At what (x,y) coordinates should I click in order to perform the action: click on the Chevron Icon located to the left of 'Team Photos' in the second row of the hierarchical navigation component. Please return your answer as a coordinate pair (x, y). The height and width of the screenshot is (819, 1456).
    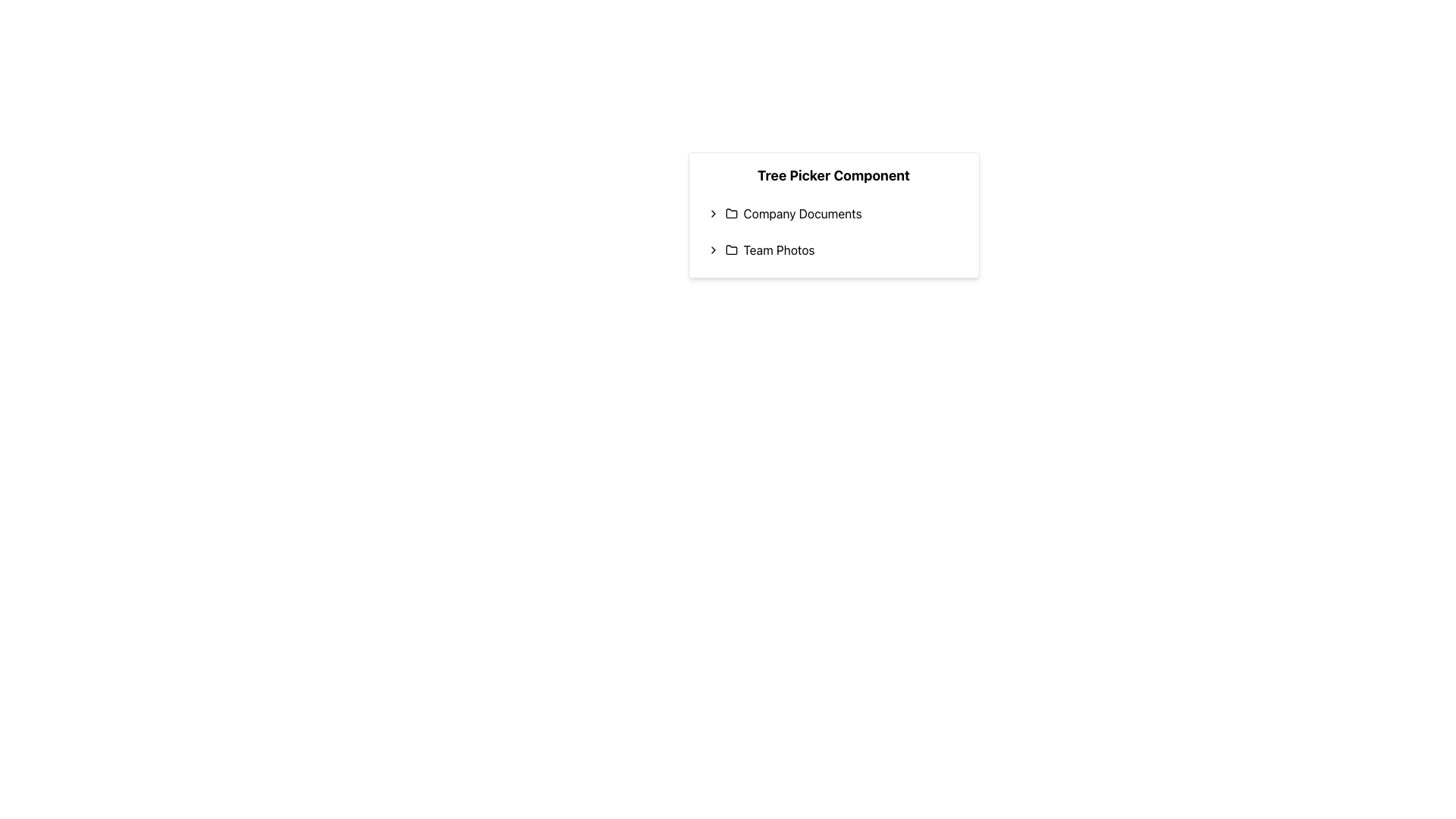
    Looking at the image, I should click on (712, 249).